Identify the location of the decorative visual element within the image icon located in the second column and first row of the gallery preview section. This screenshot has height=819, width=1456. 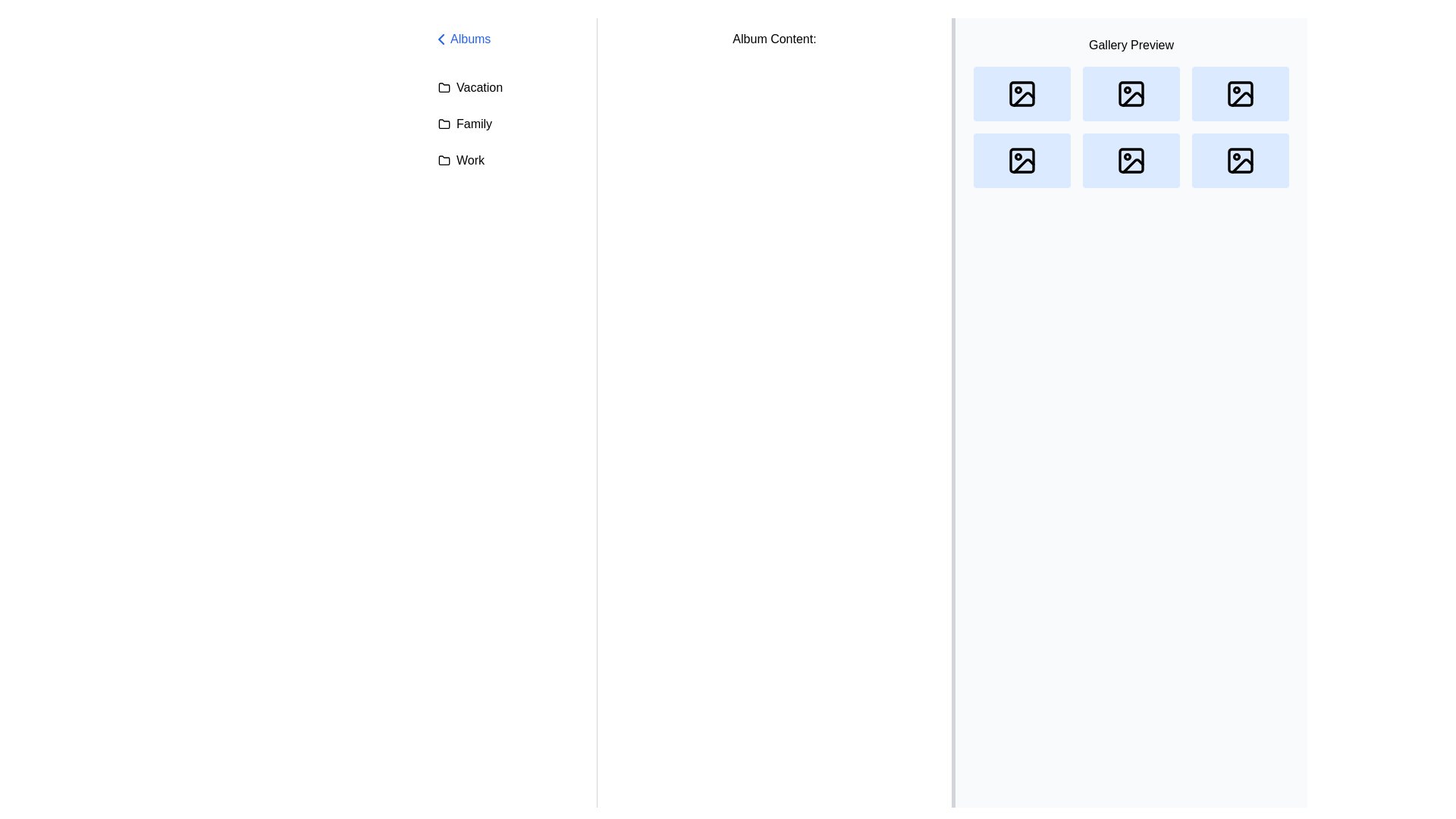
(1131, 93).